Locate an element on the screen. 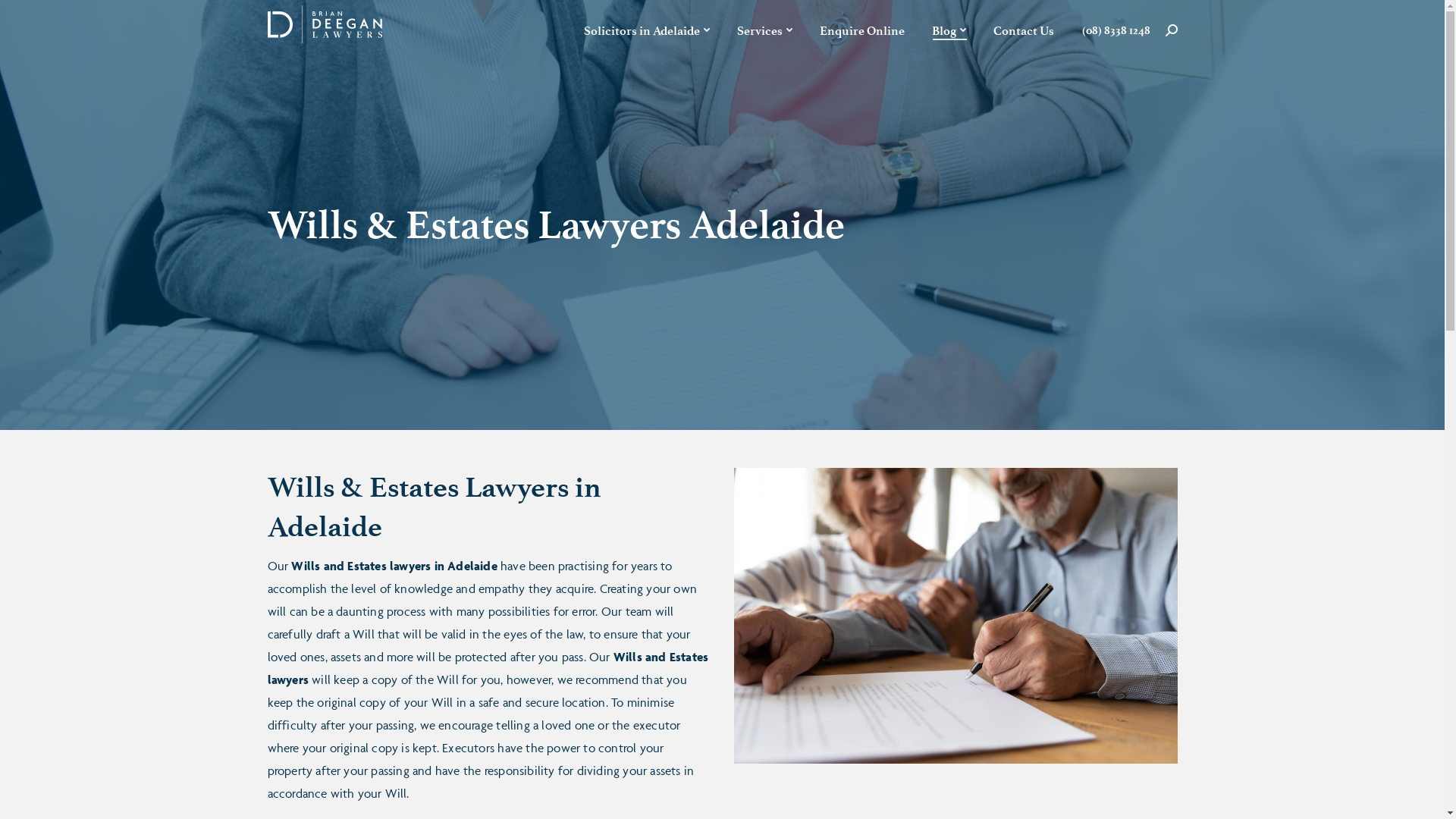 This screenshot has height=819, width=1456. 'Go!' is located at coordinates (32, 18).